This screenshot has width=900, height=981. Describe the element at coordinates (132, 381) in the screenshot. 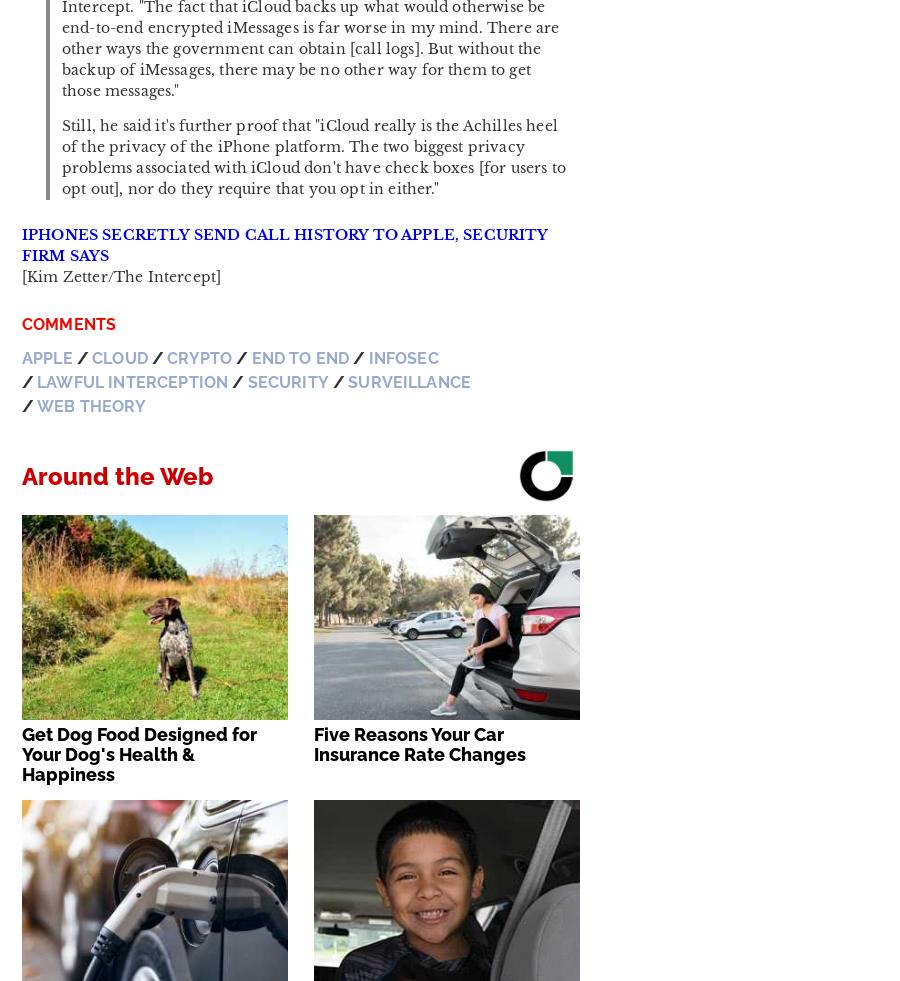

I see `'lawful interception'` at that location.